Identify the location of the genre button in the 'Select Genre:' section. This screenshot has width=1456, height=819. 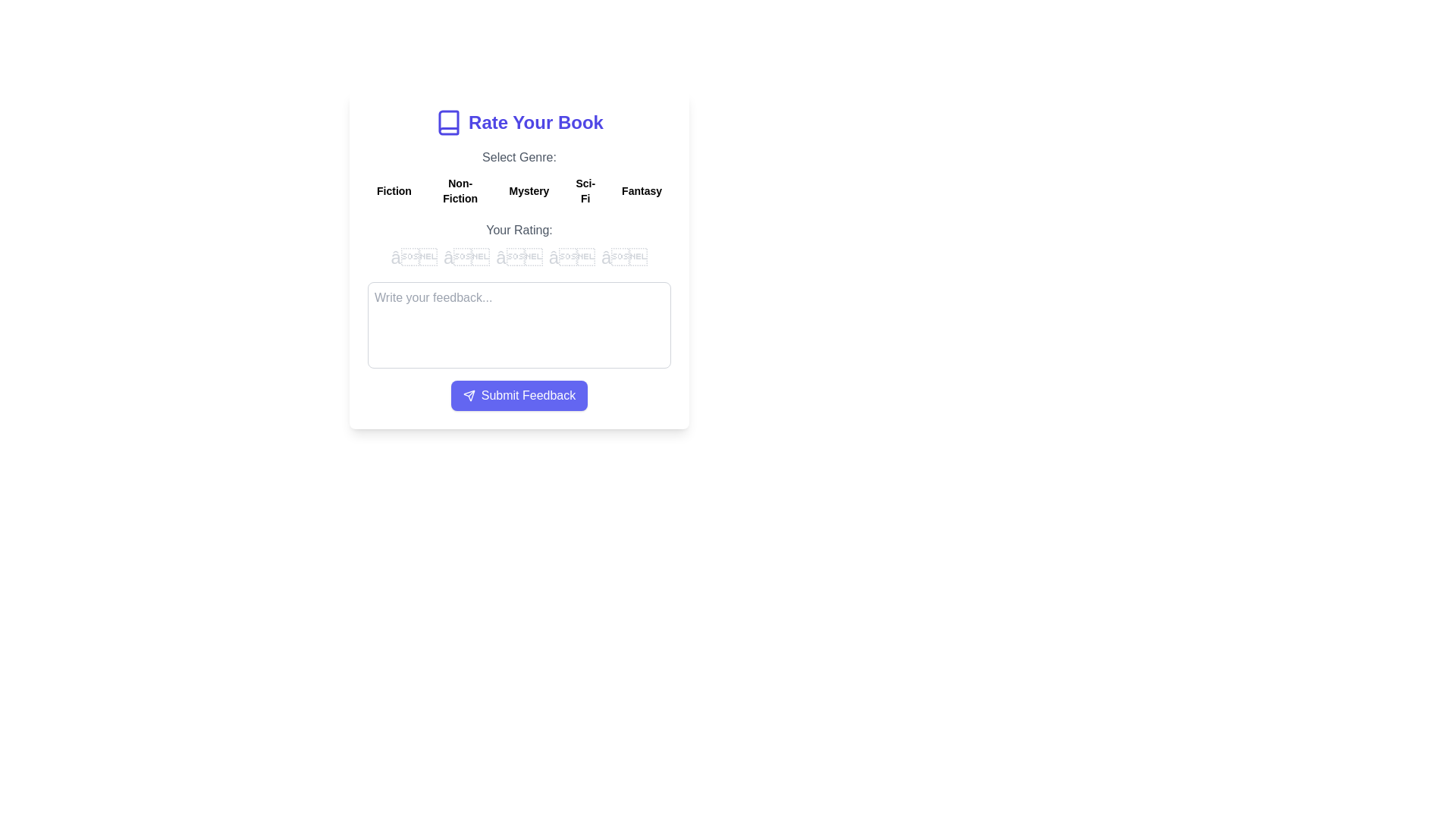
(519, 177).